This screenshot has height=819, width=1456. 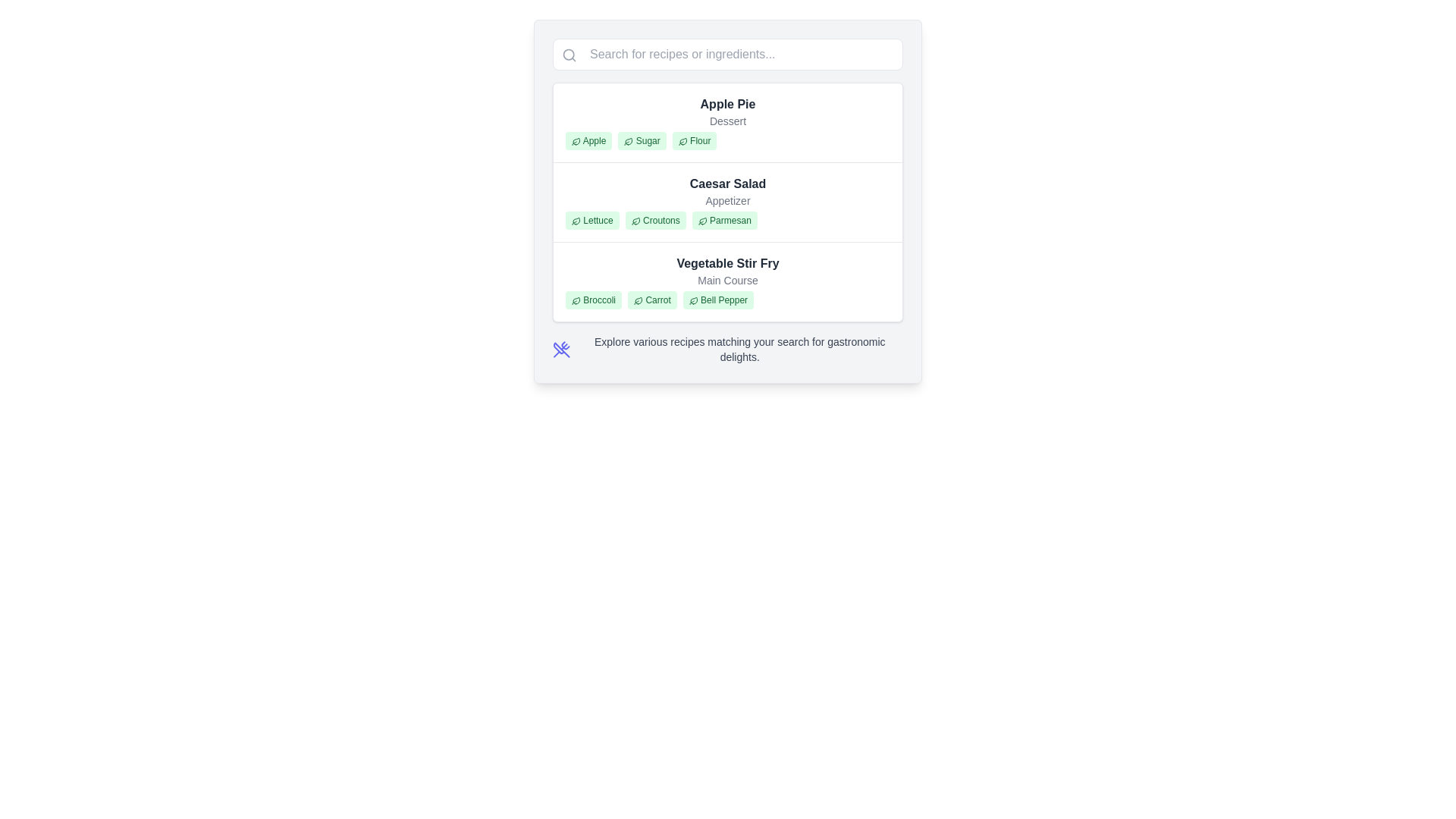 What do you see at coordinates (576, 221) in the screenshot?
I see `the decorative icon representing 'Lettuce' located next to the word 'Lettuce' in the second row labeled 'Caesar Salad'` at bounding box center [576, 221].